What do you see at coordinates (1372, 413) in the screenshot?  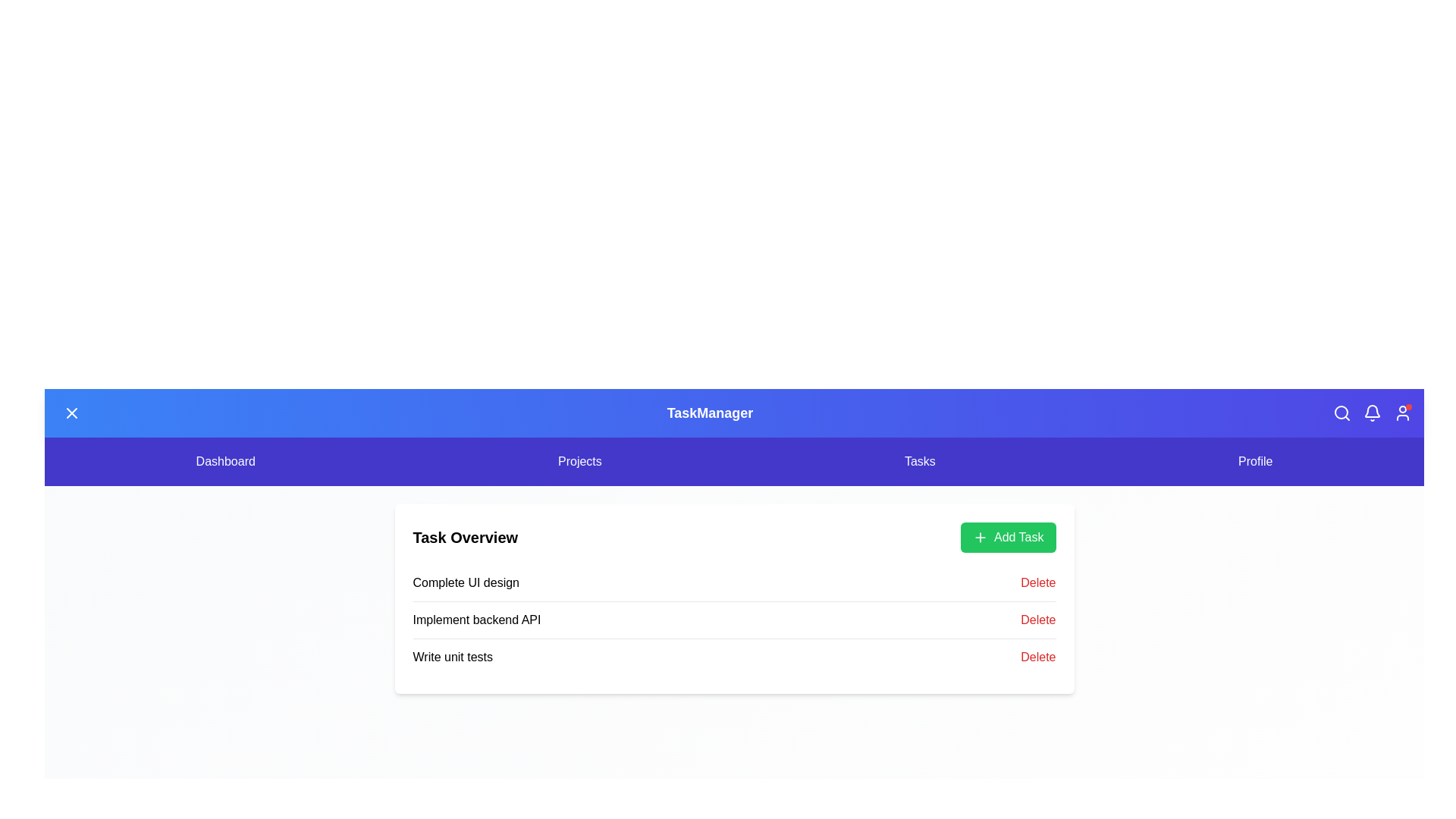 I see `the bell icon to open notifications` at bounding box center [1372, 413].